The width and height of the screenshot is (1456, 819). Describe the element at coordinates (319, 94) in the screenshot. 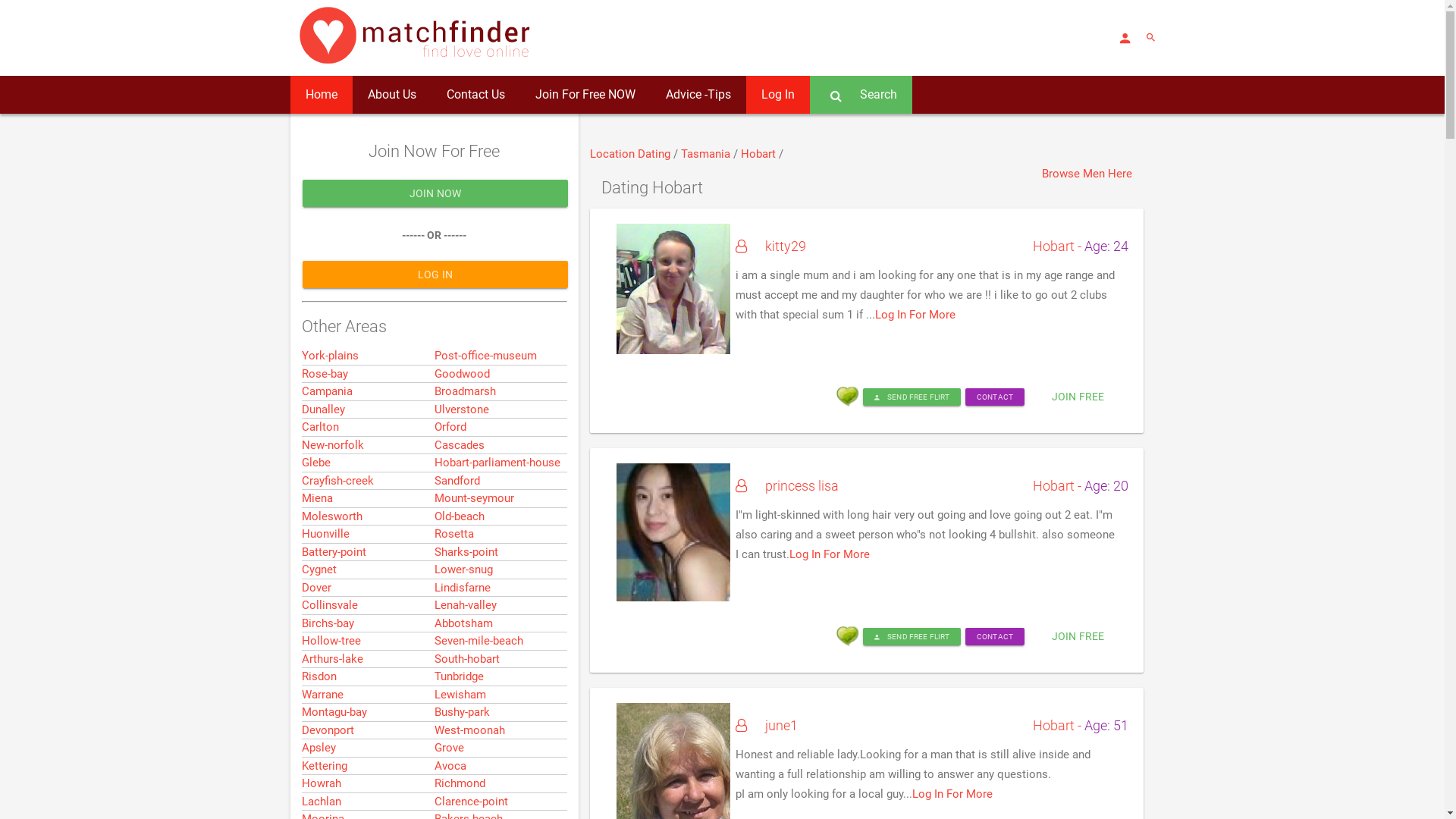

I see `'Home'` at that location.